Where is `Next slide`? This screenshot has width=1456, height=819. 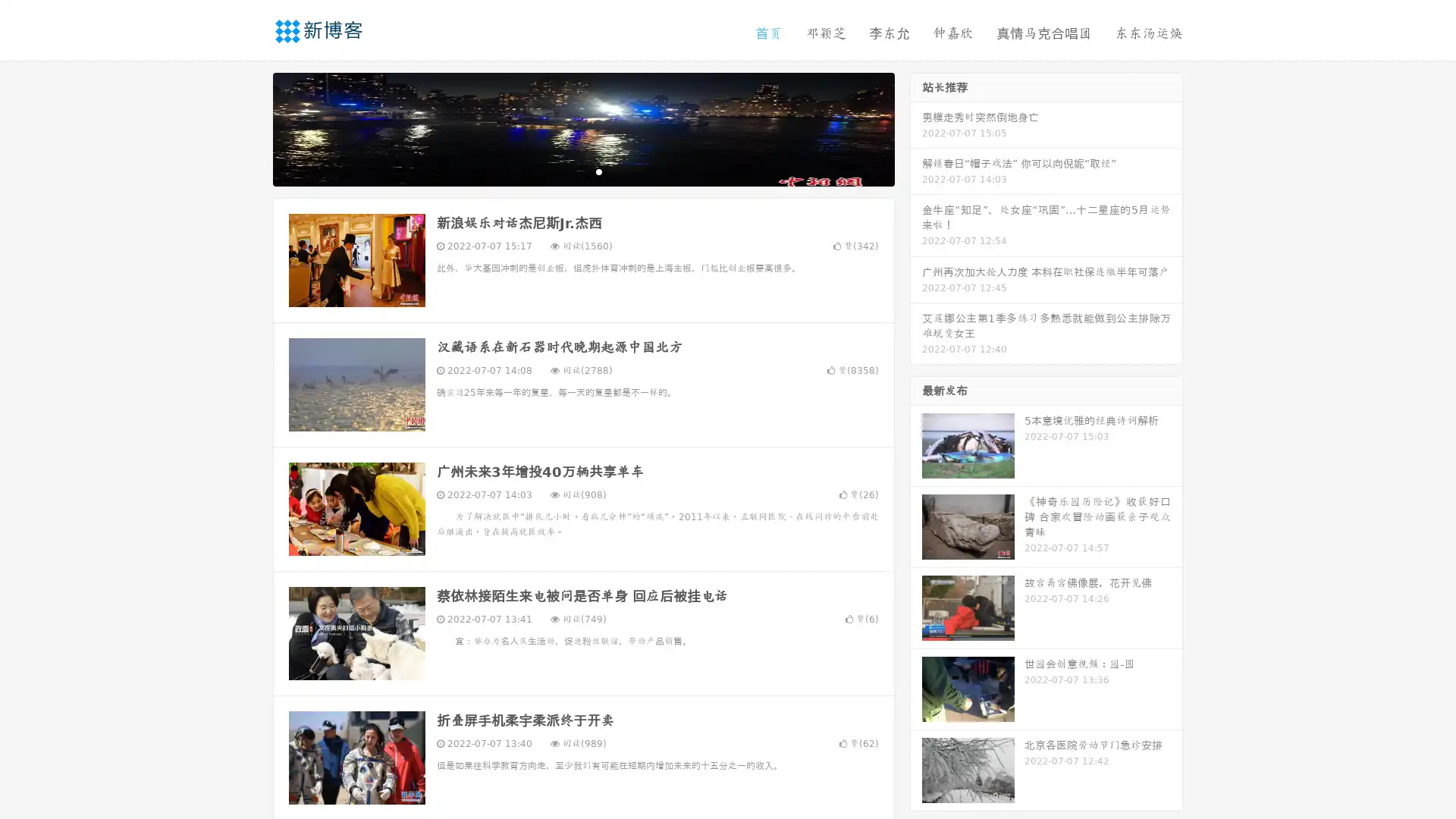 Next slide is located at coordinates (916, 127).